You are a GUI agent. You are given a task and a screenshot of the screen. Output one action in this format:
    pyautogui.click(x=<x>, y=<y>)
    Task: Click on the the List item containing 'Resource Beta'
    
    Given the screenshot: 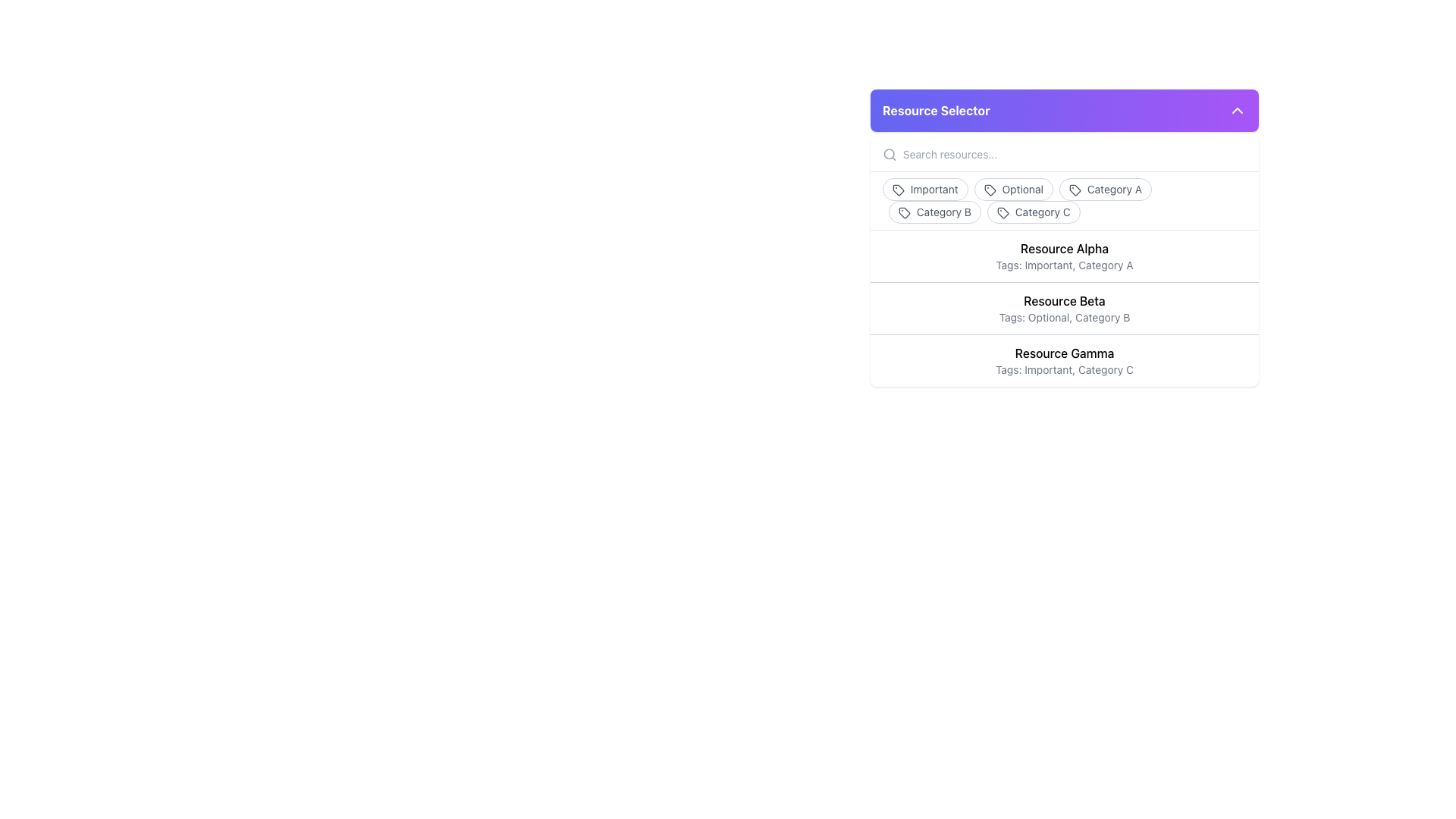 What is the action you would take?
    pyautogui.click(x=1063, y=307)
    